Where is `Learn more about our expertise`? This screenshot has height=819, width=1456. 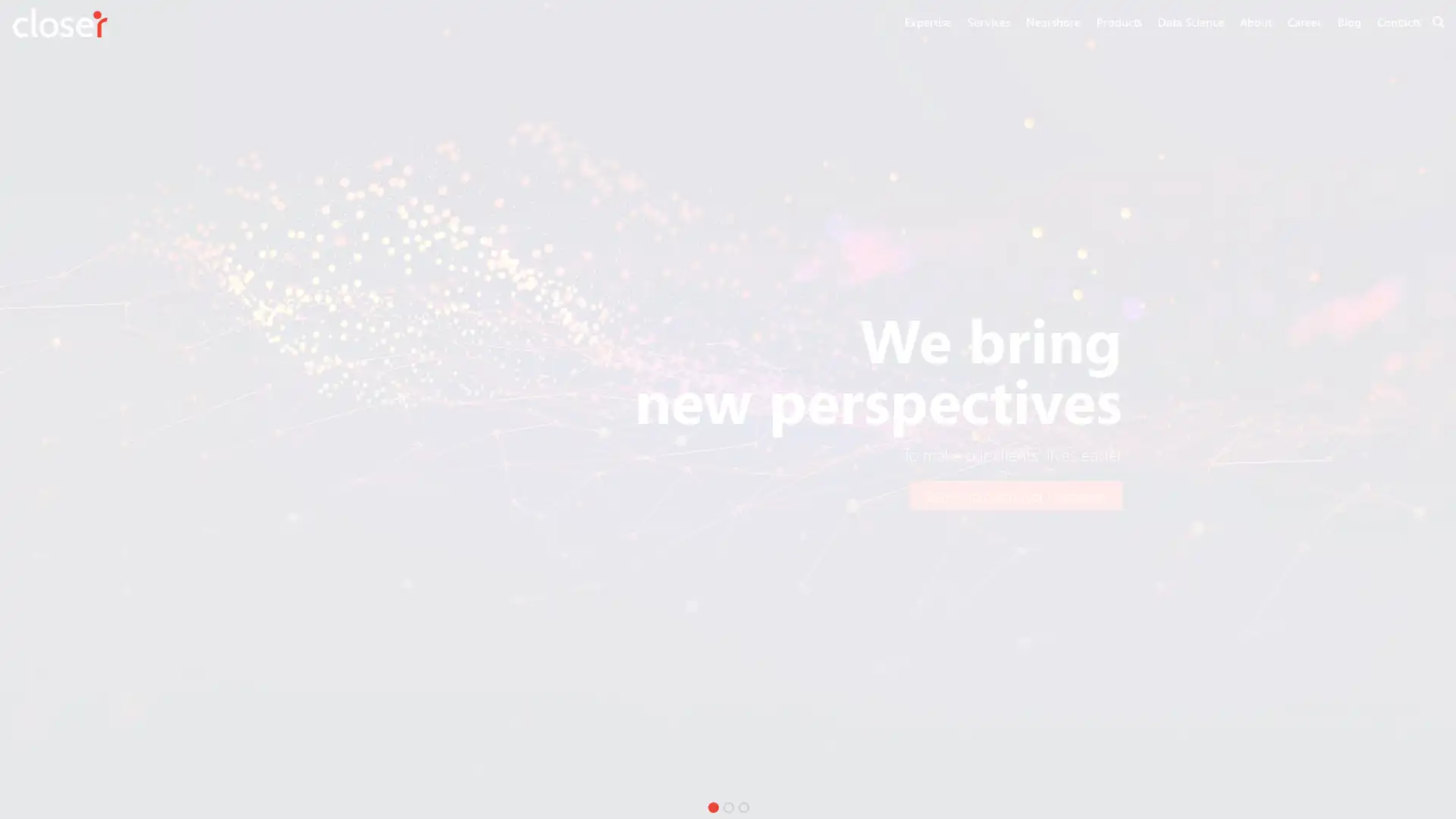
Learn more about our expertise is located at coordinates (1015, 495).